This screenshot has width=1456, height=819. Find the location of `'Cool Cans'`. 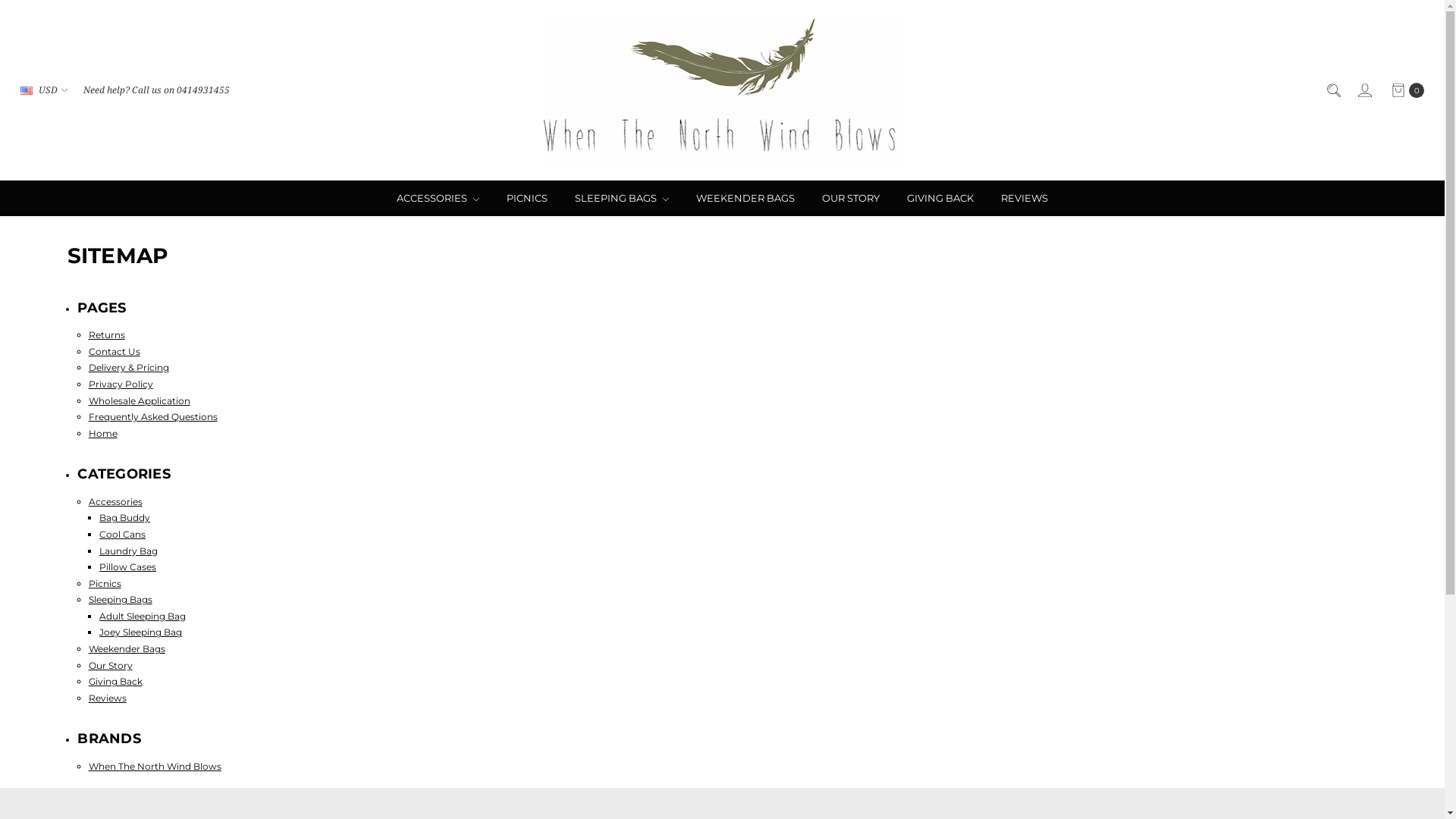

'Cool Cans' is located at coordinates (122, 533).